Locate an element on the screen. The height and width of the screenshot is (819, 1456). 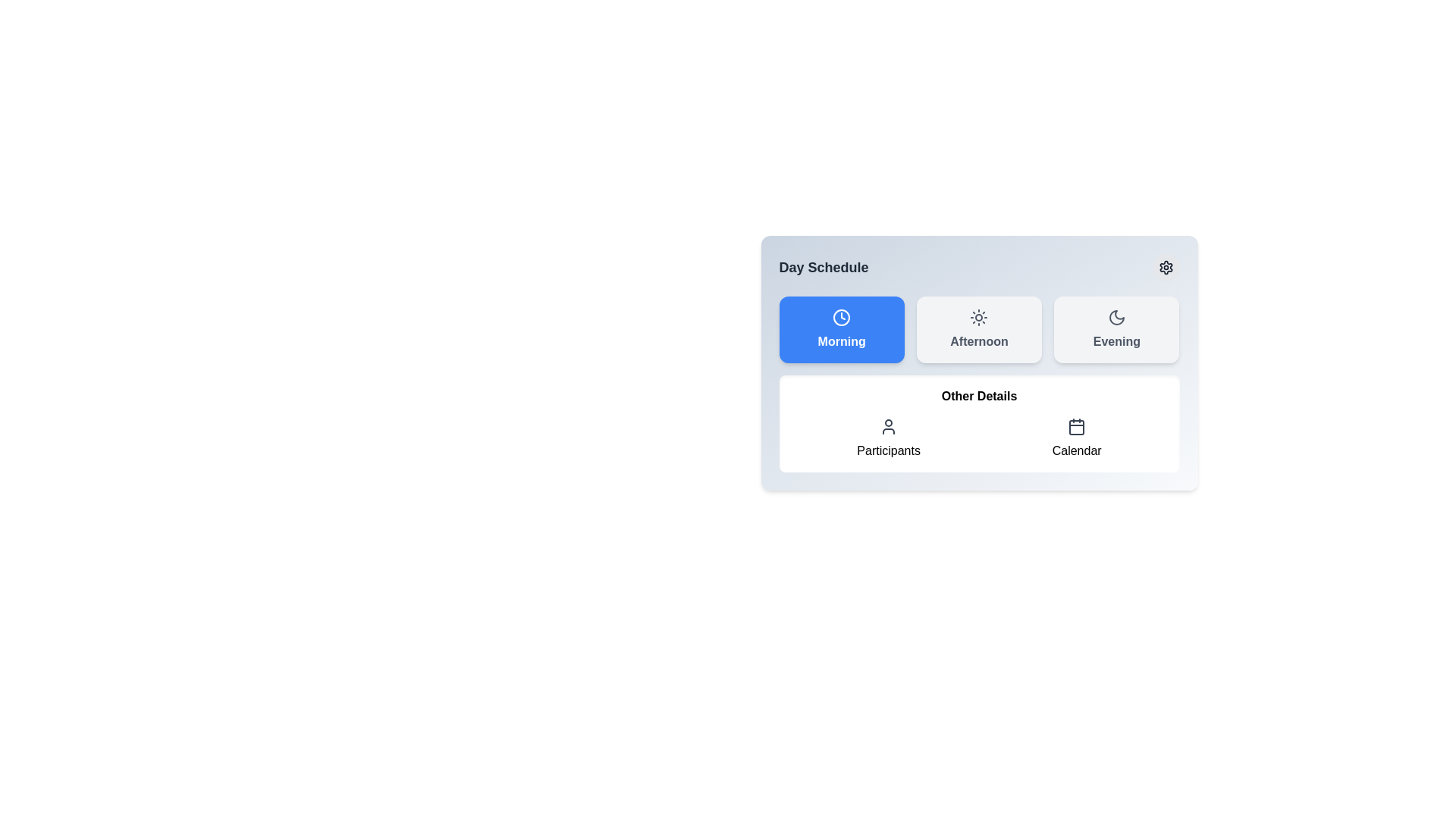
the gear-shaped icon within the circular button located in the top-right corner of the 'Day Schedule' panel is located at coordinates (1165, 267).